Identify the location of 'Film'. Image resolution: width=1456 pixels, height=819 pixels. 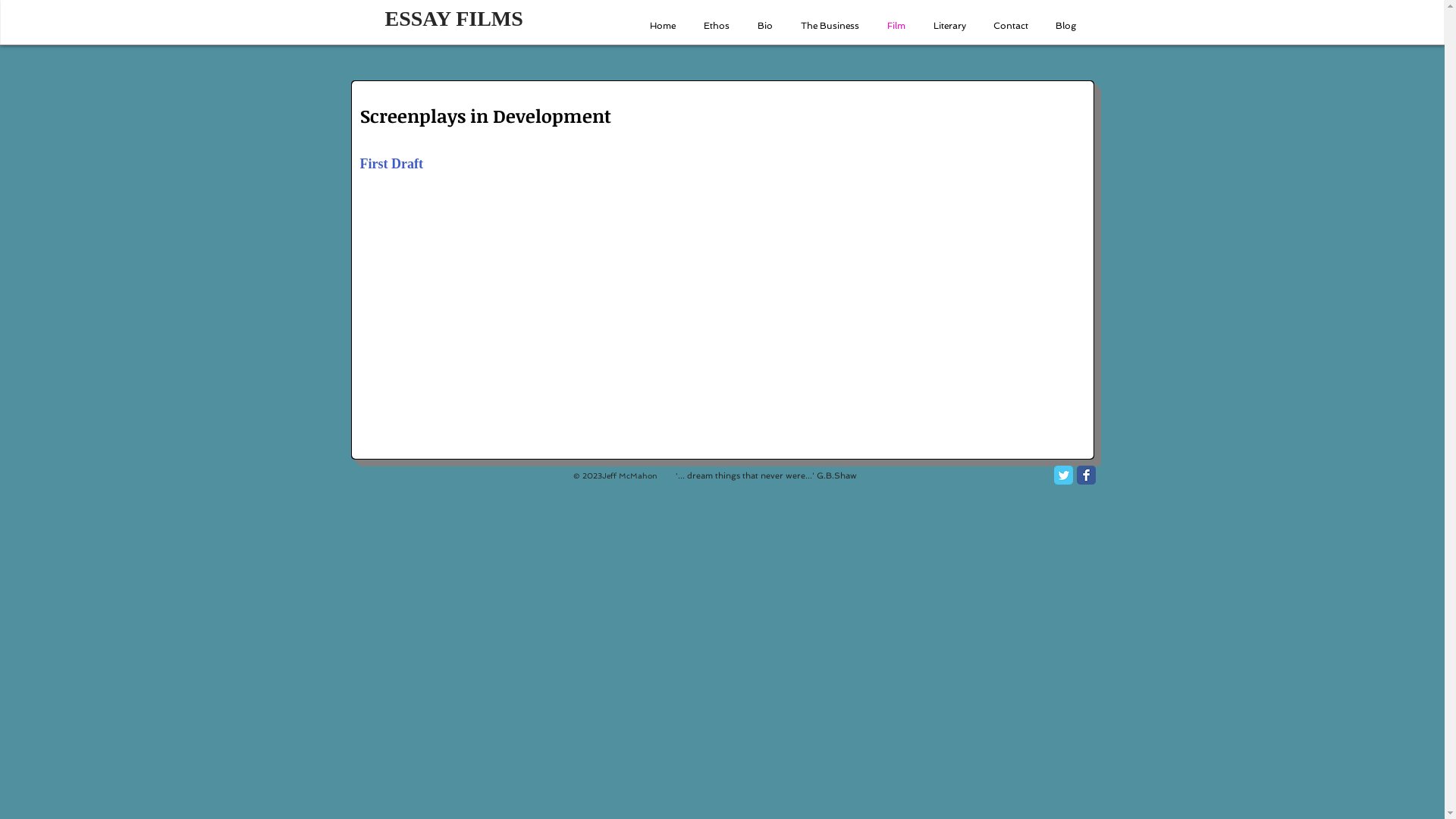
(895, 26).